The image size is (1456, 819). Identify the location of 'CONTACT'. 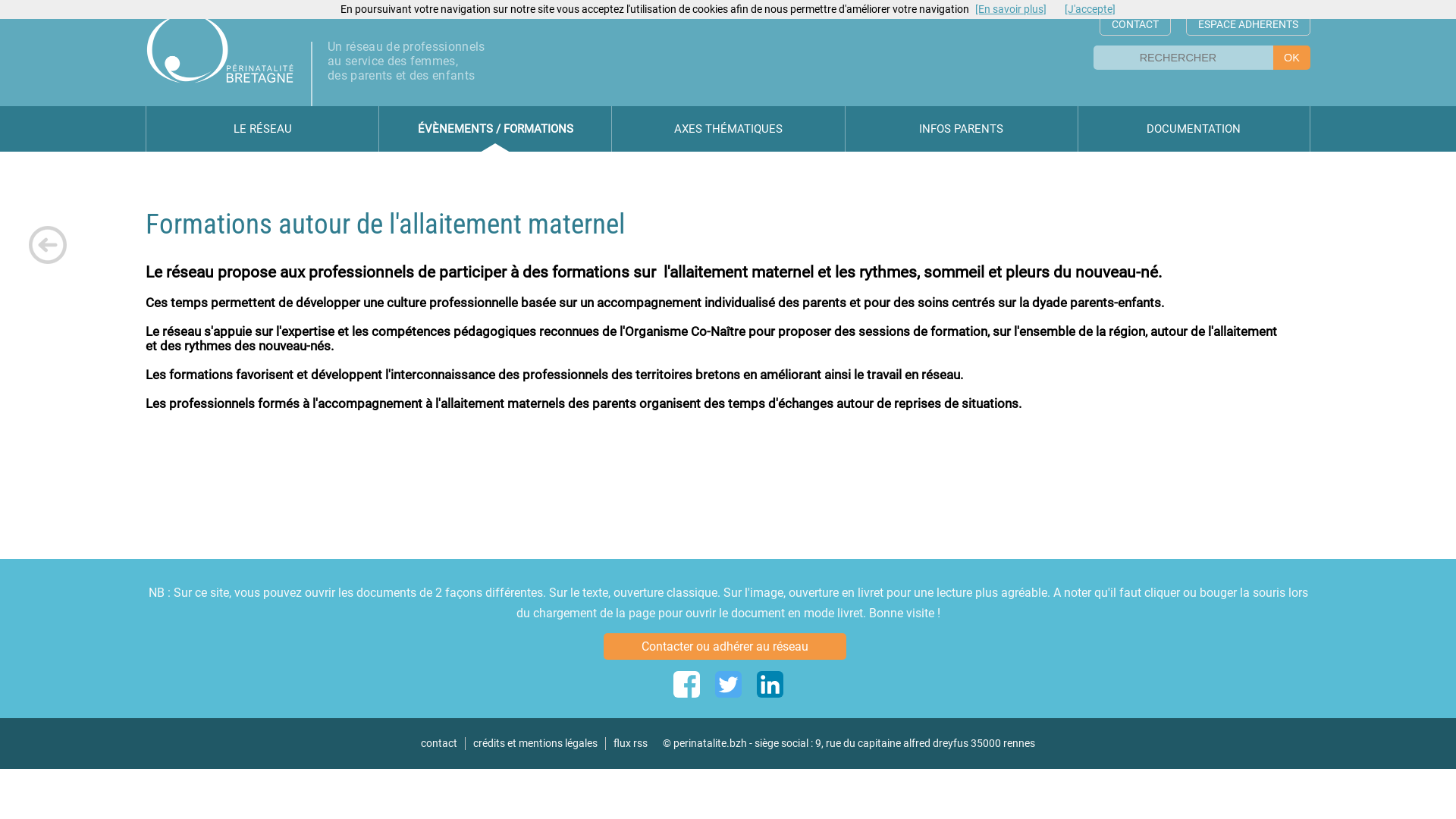
(1135, 24).